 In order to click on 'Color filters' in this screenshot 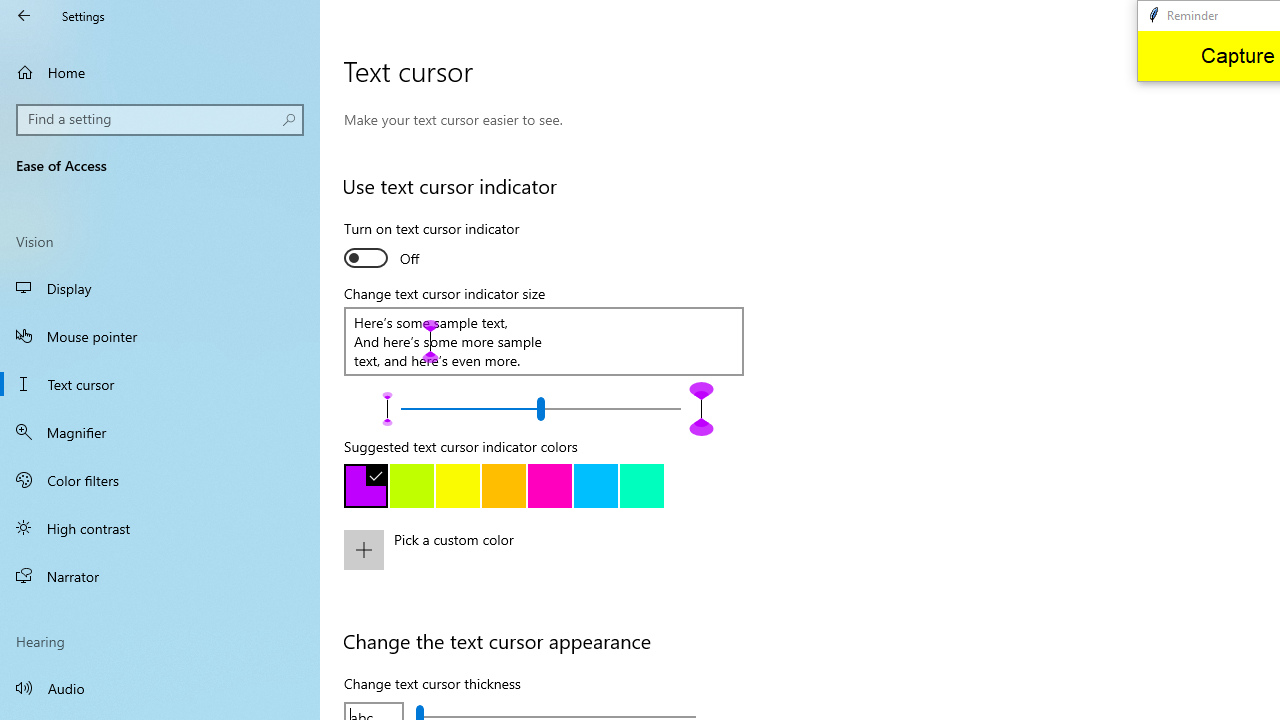, I will do `click(160, 479)`.